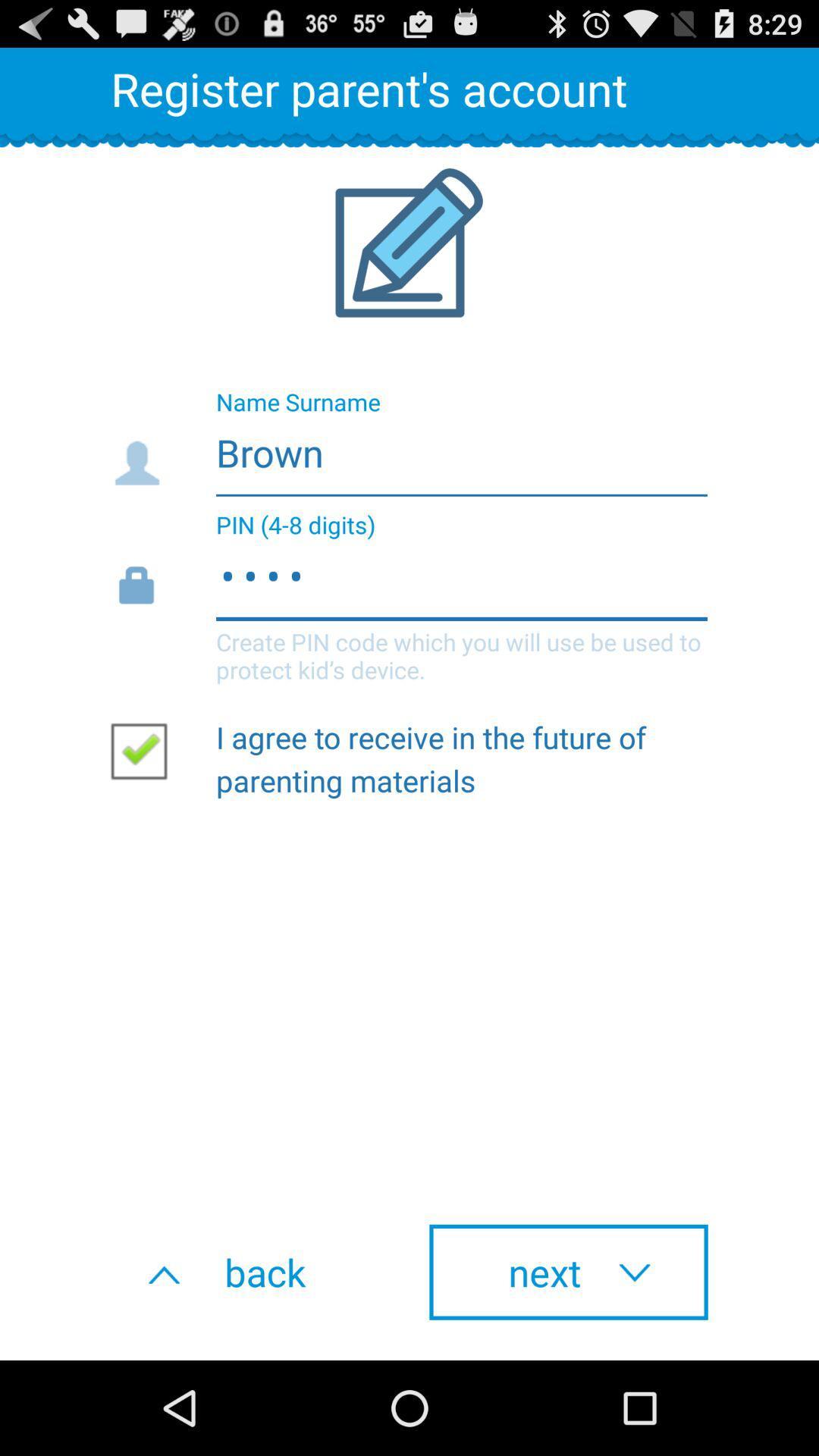  I want to click on the next, so click(568, 1272).